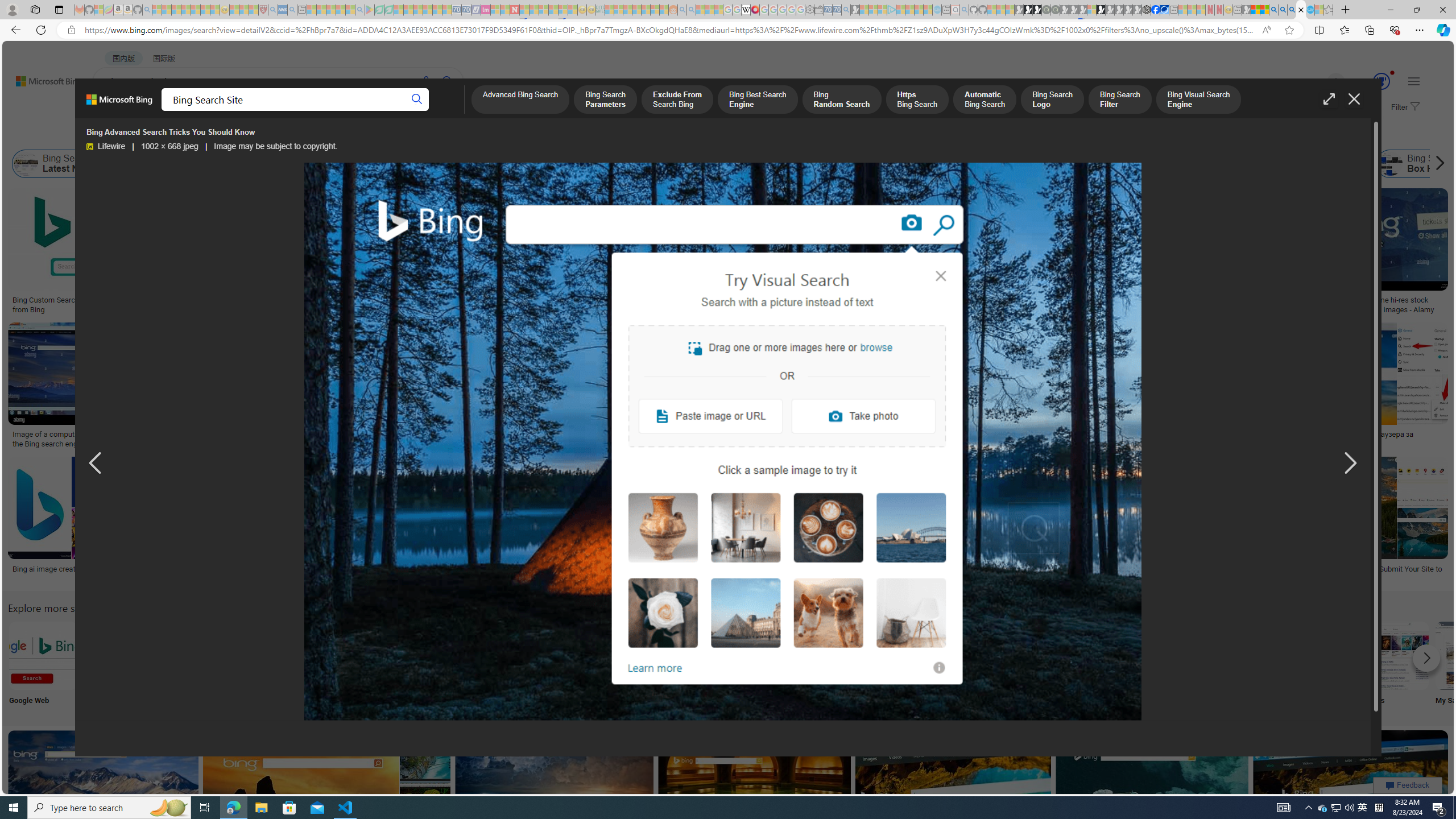 This screenshot has width=1456, height=819. Describe the element at coordinates (1309, 9) in the screenshot. I see `'Services - Maintenance | Sky Blue Bikes - Sky Blue Bikes'` at that location.